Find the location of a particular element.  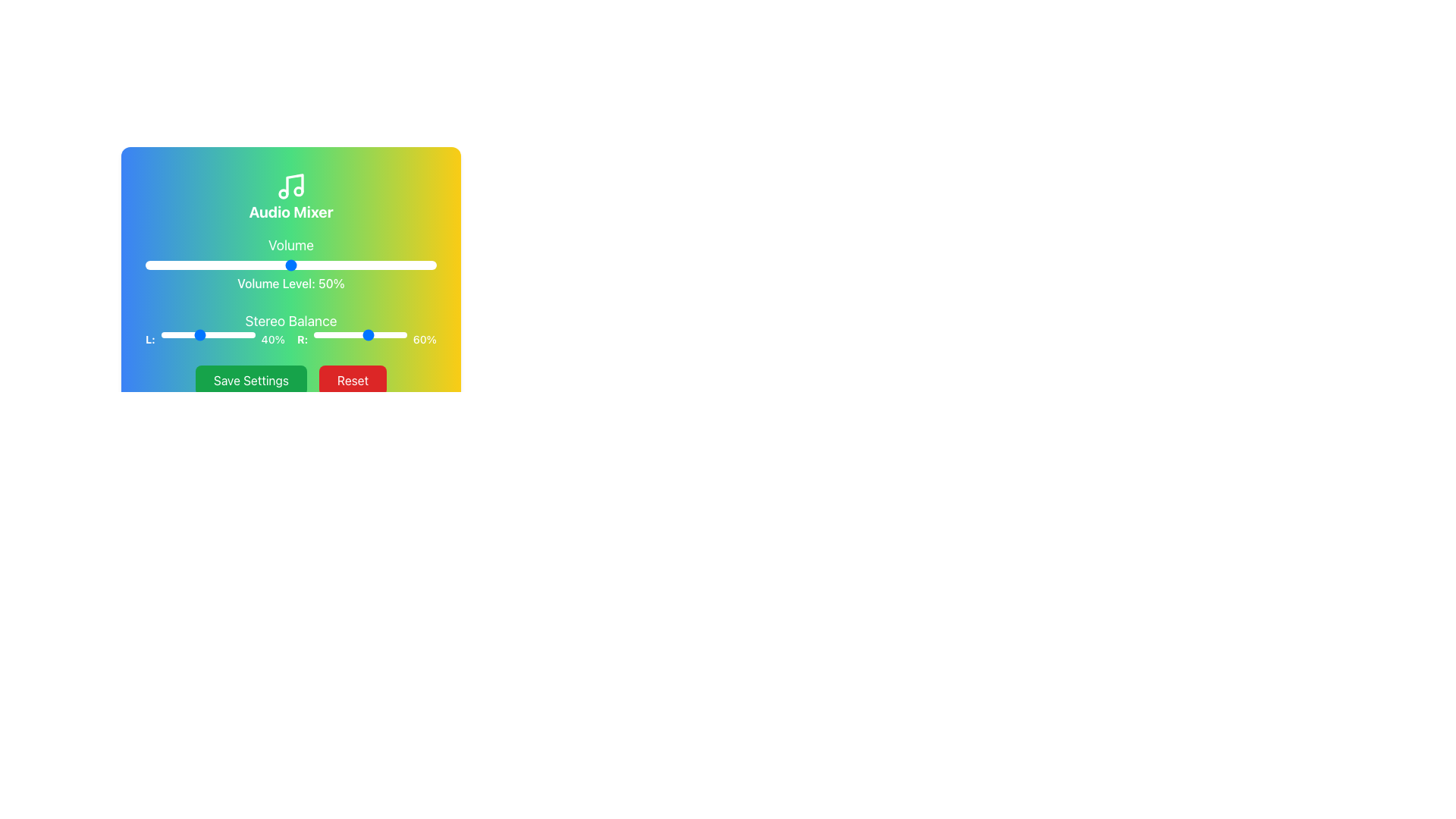

the volume is located at coordinates (390, 265).